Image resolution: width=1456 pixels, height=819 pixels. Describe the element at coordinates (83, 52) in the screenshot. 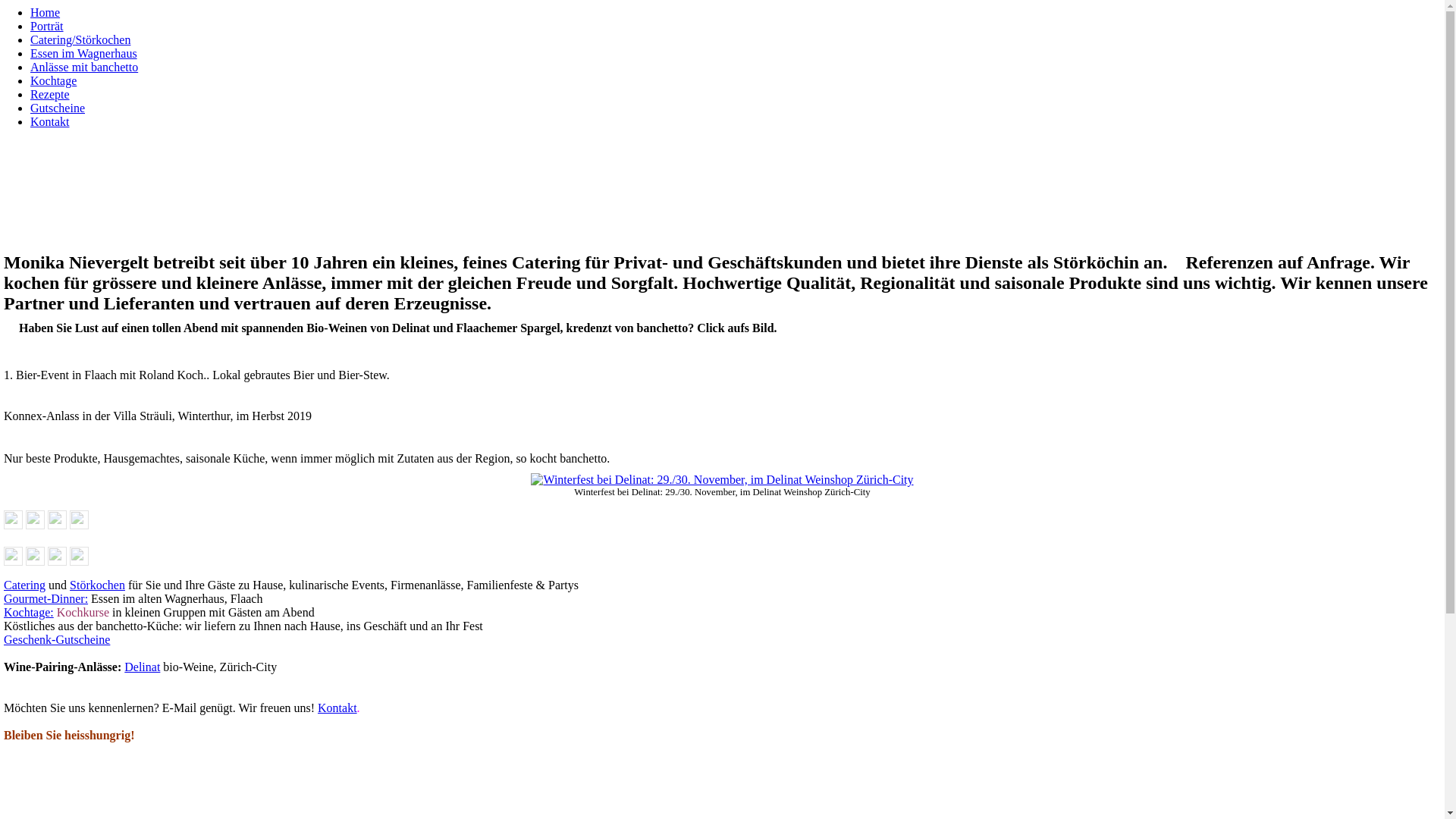

I see `'Essen im Wagnerhaus'` at that location.